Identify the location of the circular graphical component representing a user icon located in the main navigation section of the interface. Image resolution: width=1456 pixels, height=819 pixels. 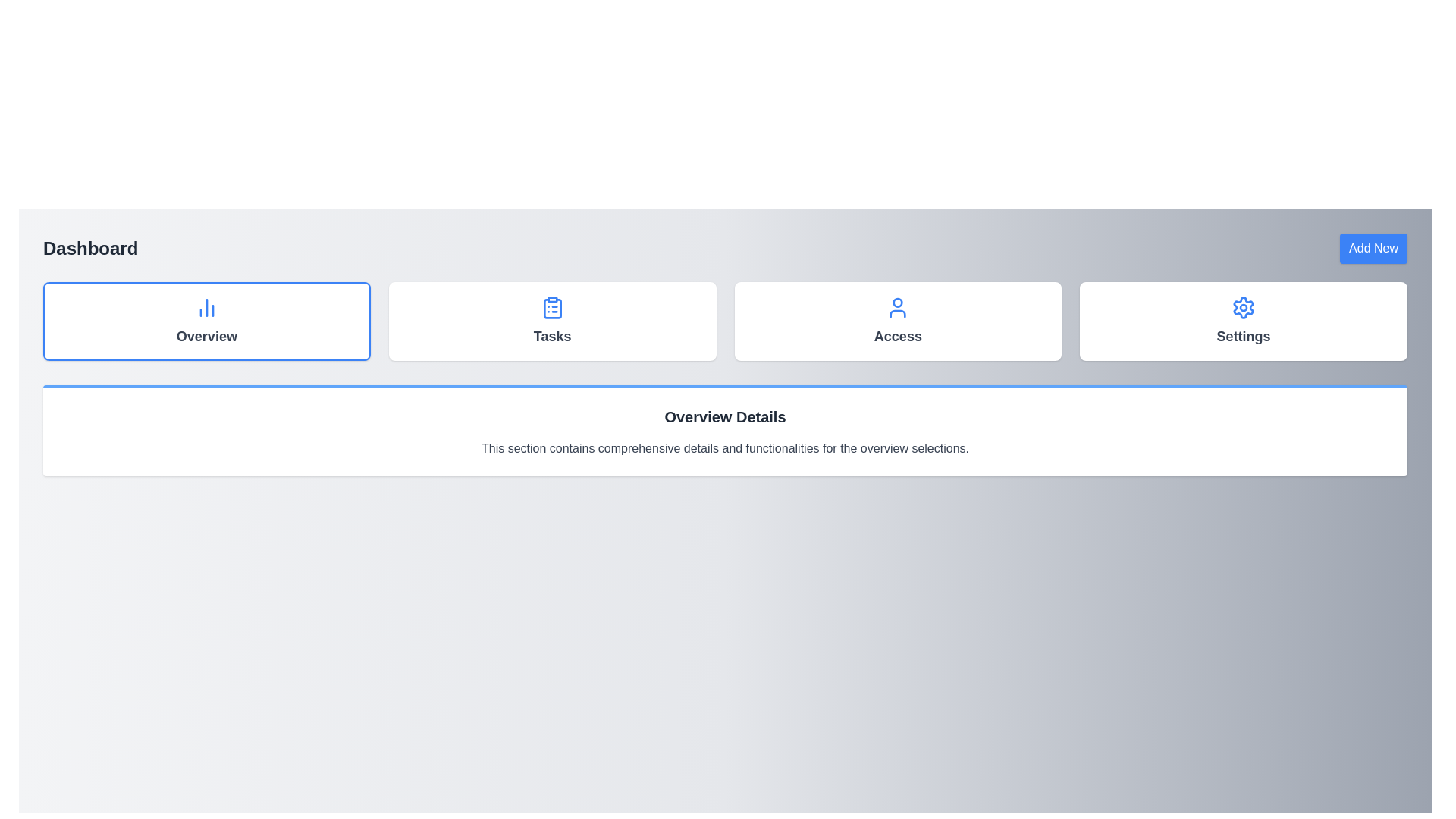
(898, 303).